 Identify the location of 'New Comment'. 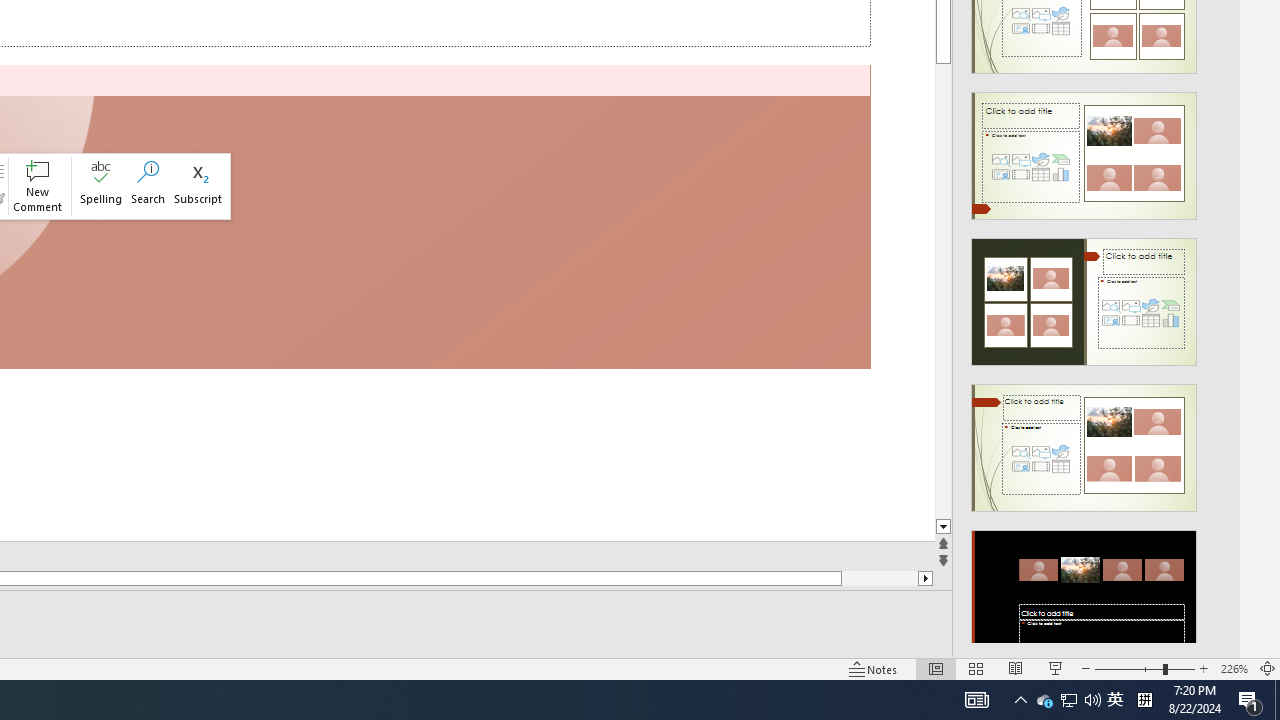
(37, 186).